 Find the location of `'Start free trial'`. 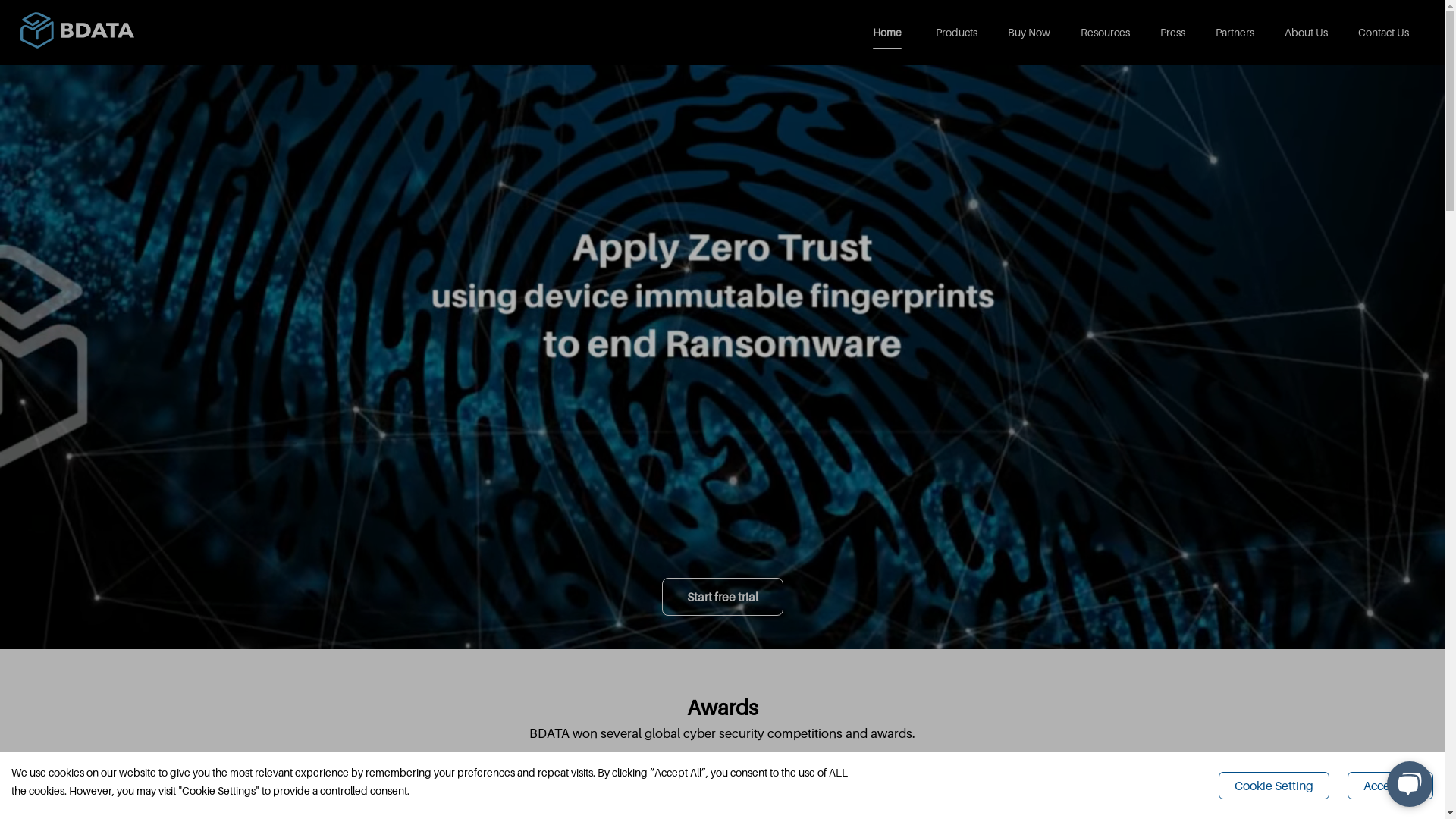

'Start free trial' is located at coordinates (720, 595).